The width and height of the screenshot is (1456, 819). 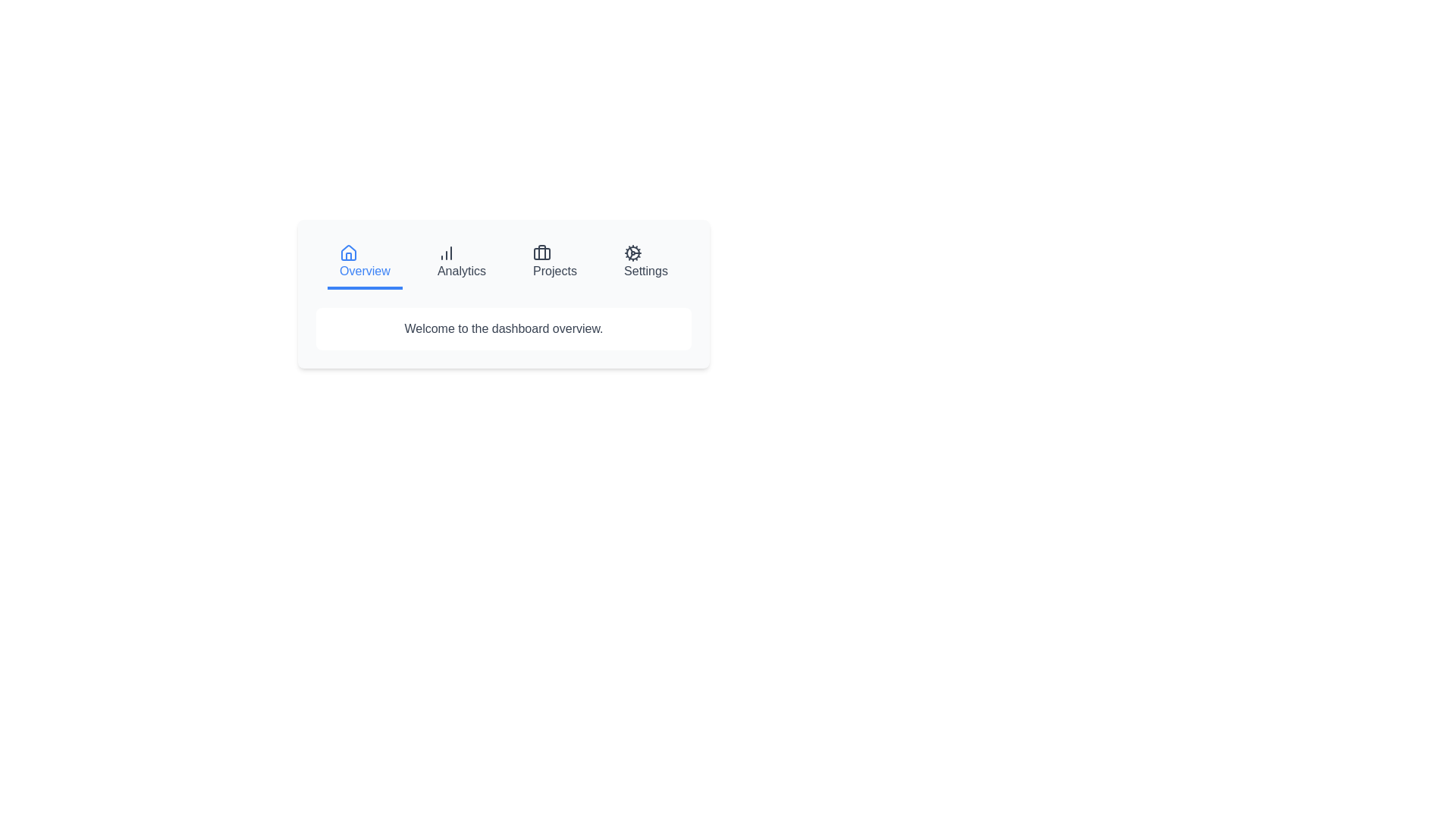 What do you see at coordinates (461, 262) in the screenshot?
I see `the tab labeled Analytics to reveal tooltip information` at bounding box center [461, 262].